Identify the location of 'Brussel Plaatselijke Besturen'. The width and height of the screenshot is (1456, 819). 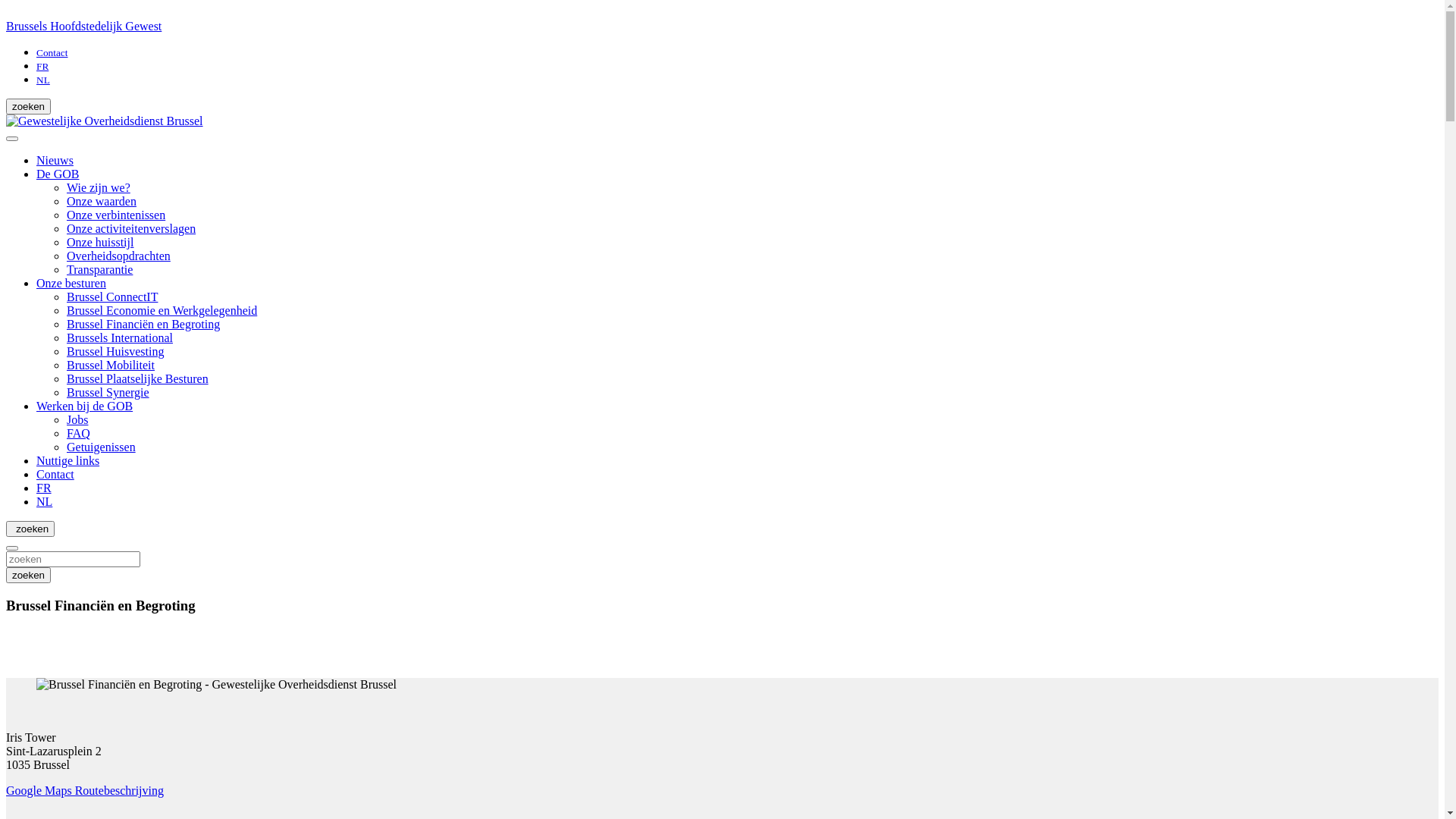
(137, 378).